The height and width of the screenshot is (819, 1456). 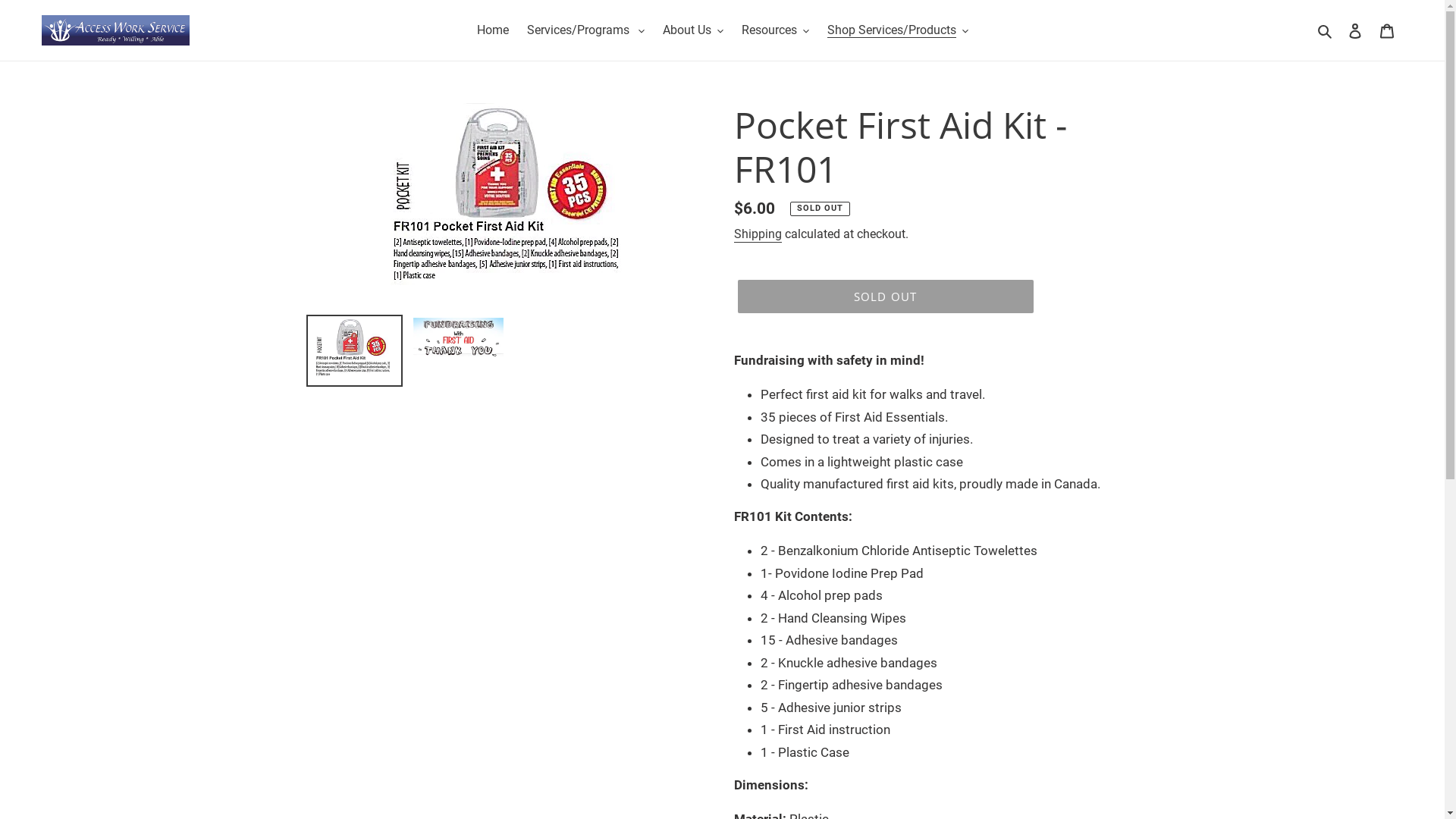 I want to click on 'Services/Programs', so click(x=519, y=30).